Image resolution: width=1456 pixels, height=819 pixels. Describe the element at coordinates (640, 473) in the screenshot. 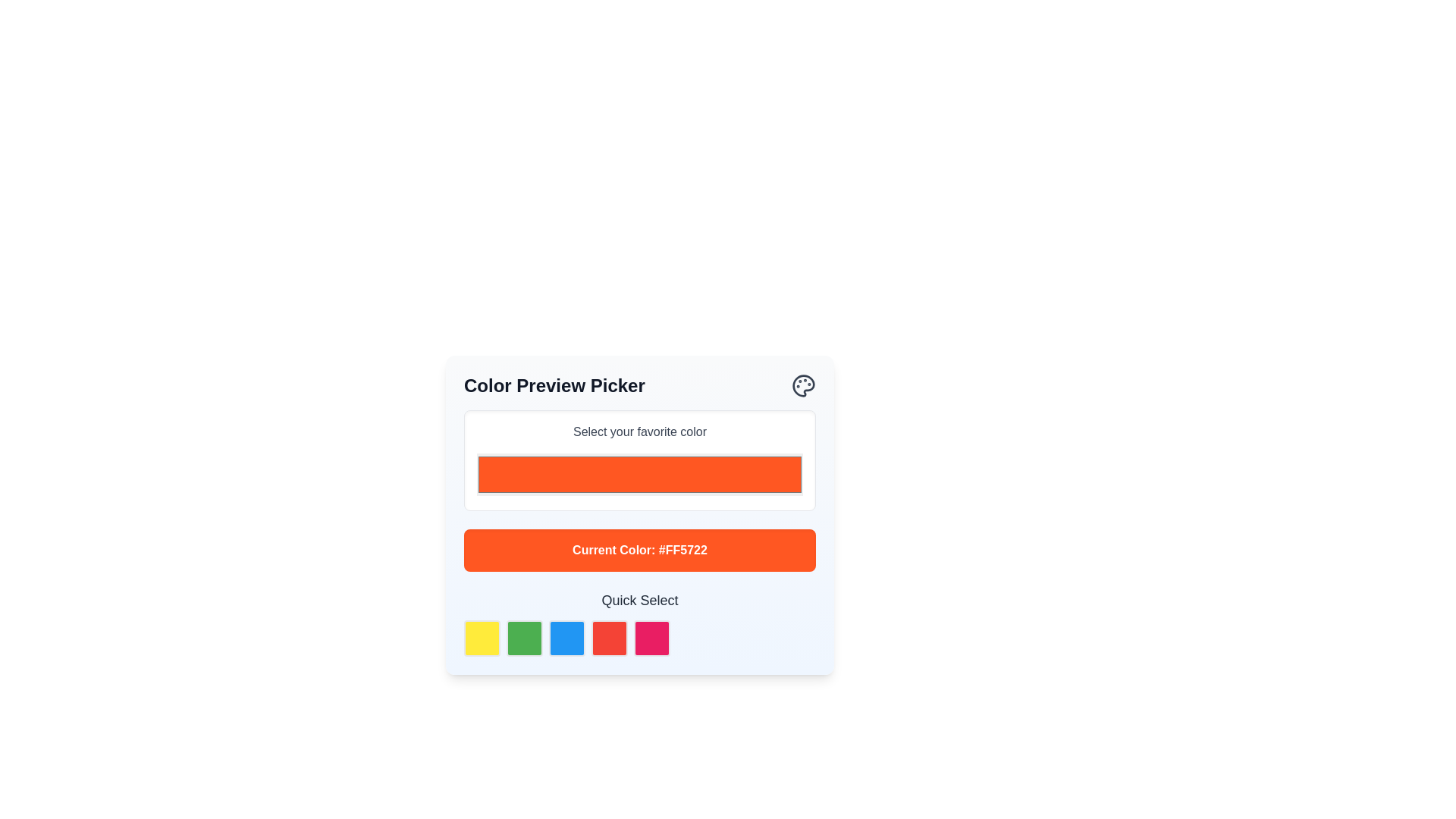

I see `the orange color picker input field located below the label 'Select your favorite color'` at that location.